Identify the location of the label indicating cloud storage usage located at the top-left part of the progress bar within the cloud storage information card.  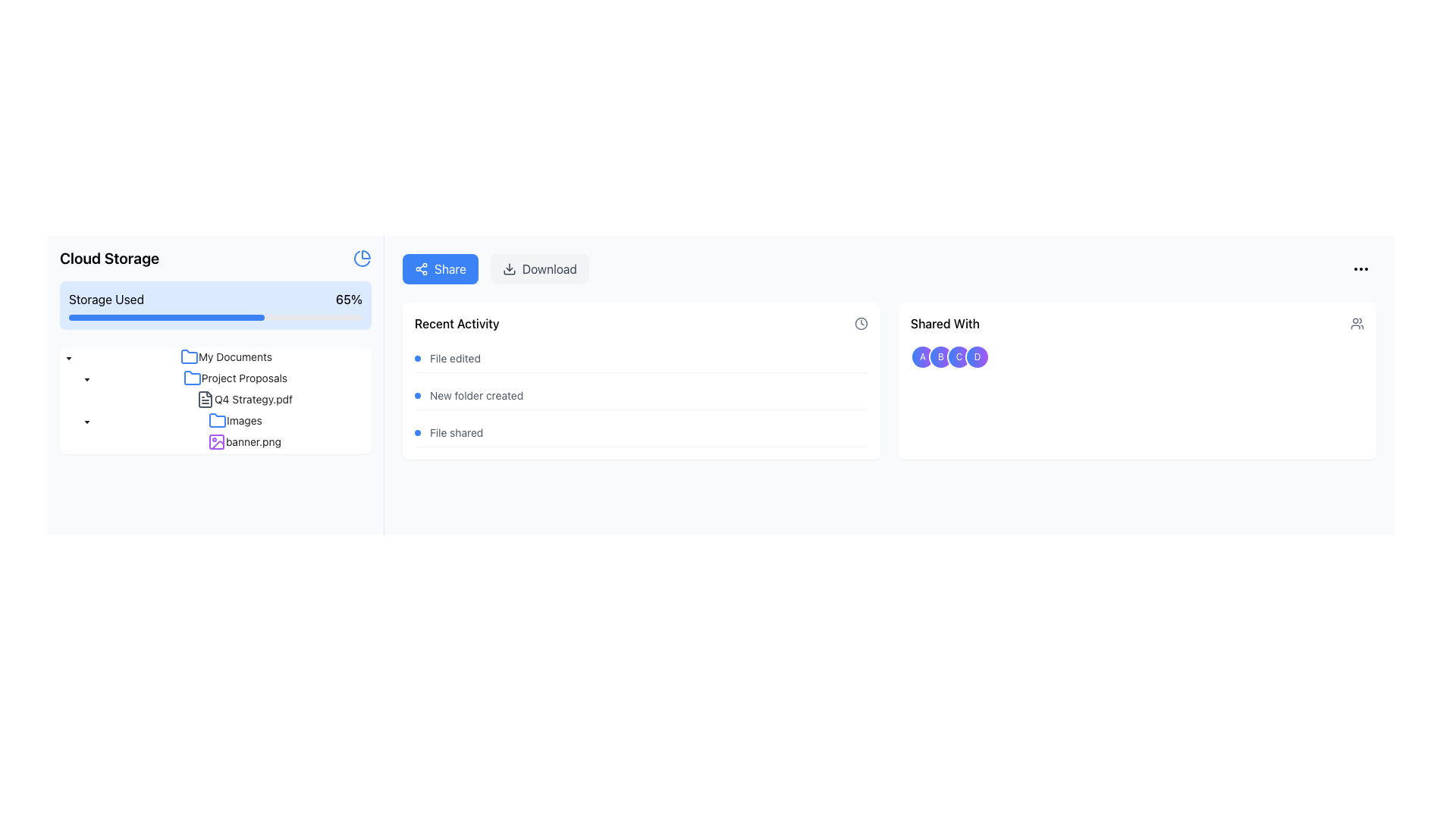
(105, 299).